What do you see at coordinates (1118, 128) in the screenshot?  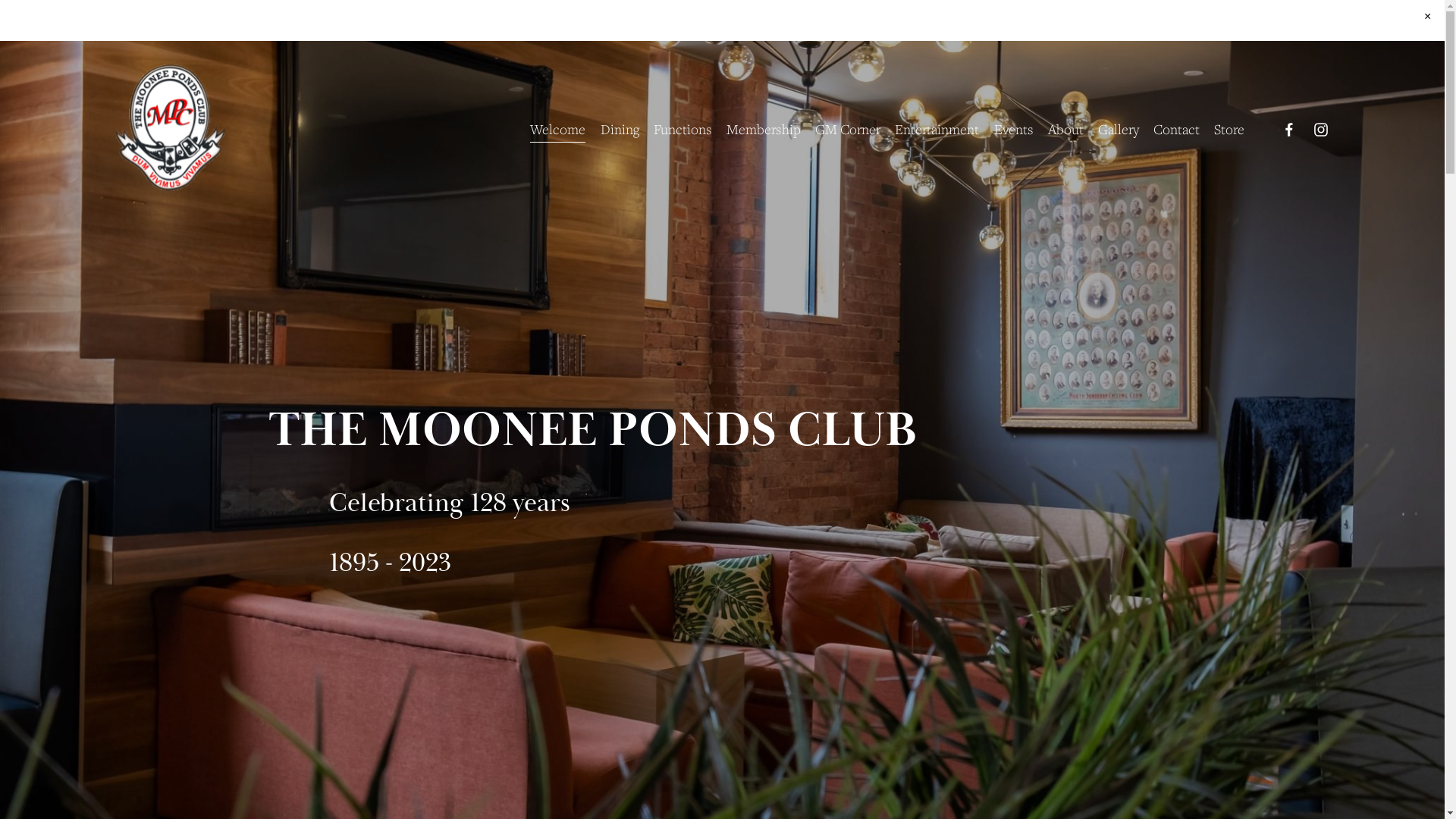 I see `'Gallery'` at bounding box center [1118, 128].